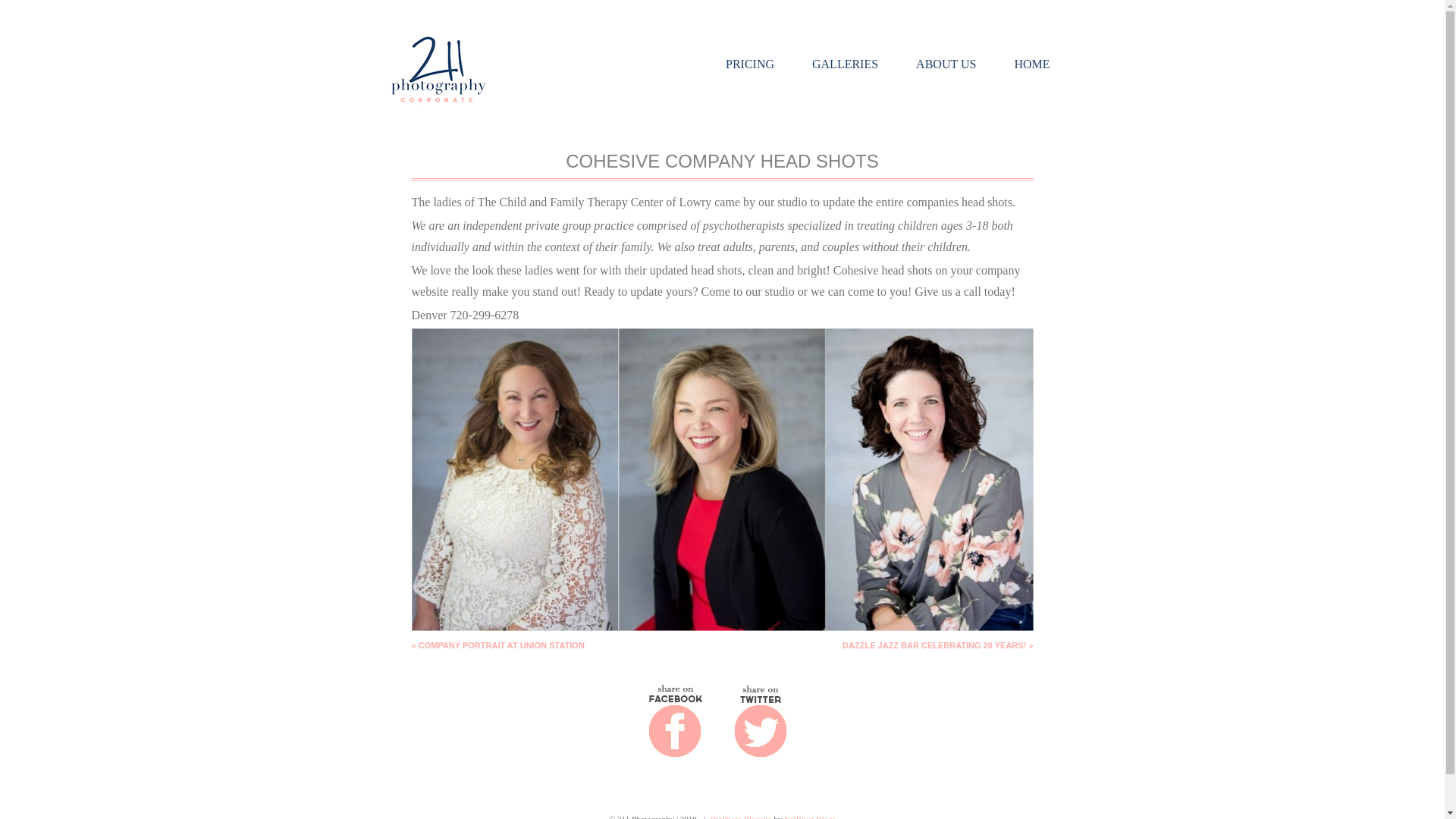 Image resolution: width=1456 pixels, height=819 pixels. Describe the element at coordinates (749, 63) in the screenshot. I see `'PRICING'` at that location.